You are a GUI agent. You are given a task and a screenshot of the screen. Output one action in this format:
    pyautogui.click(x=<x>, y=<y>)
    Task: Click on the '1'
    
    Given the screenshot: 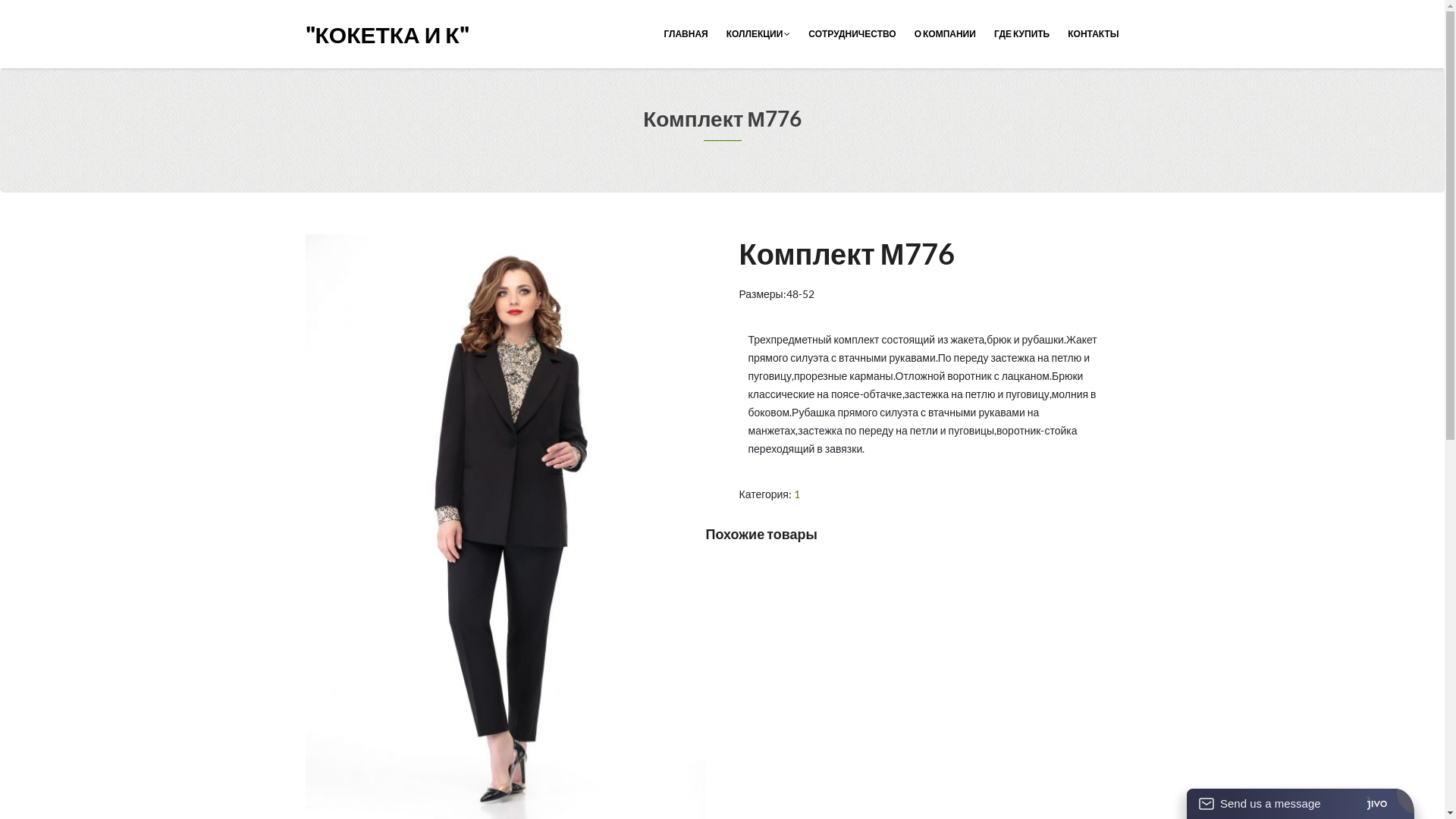 What is the action you would take?
    pyautogui.click(x=796, y=494)
    